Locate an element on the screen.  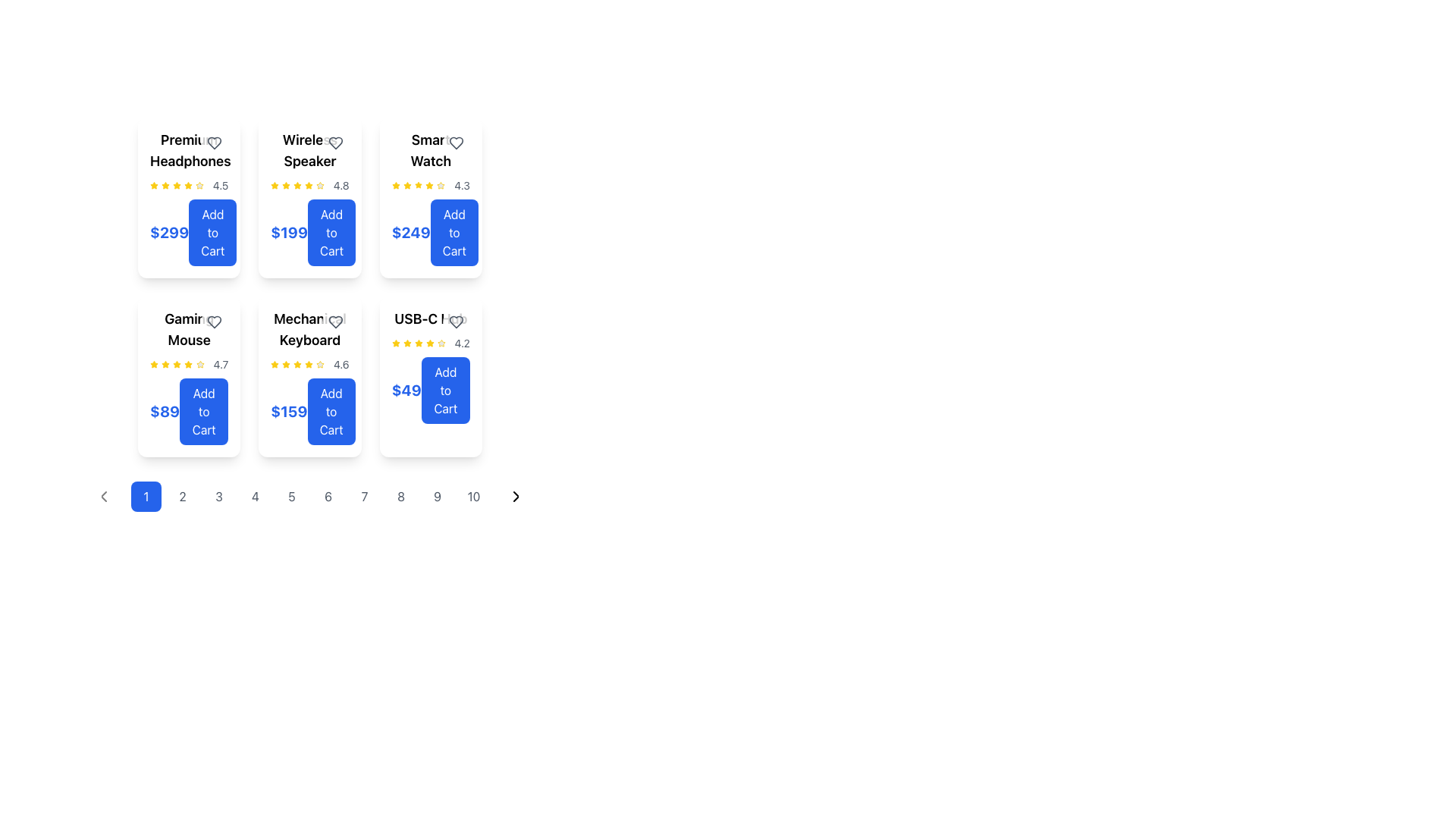
the circular button labeled '5' is located at coordinates (291, 497).